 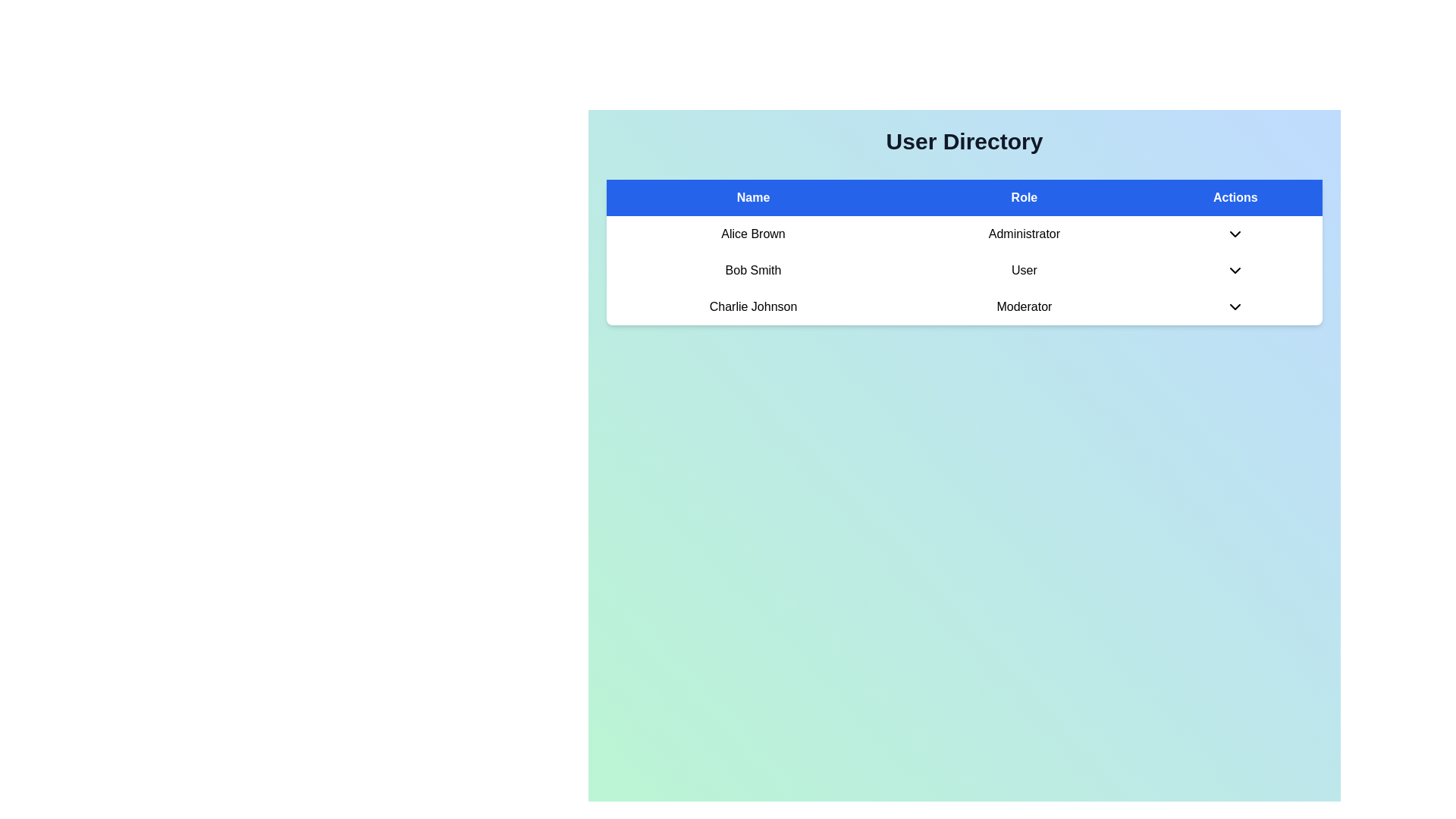 I want to click on the table cell located in the second row under the 'Role' column of the 'User Directory' table, so click(x=964, y=251).